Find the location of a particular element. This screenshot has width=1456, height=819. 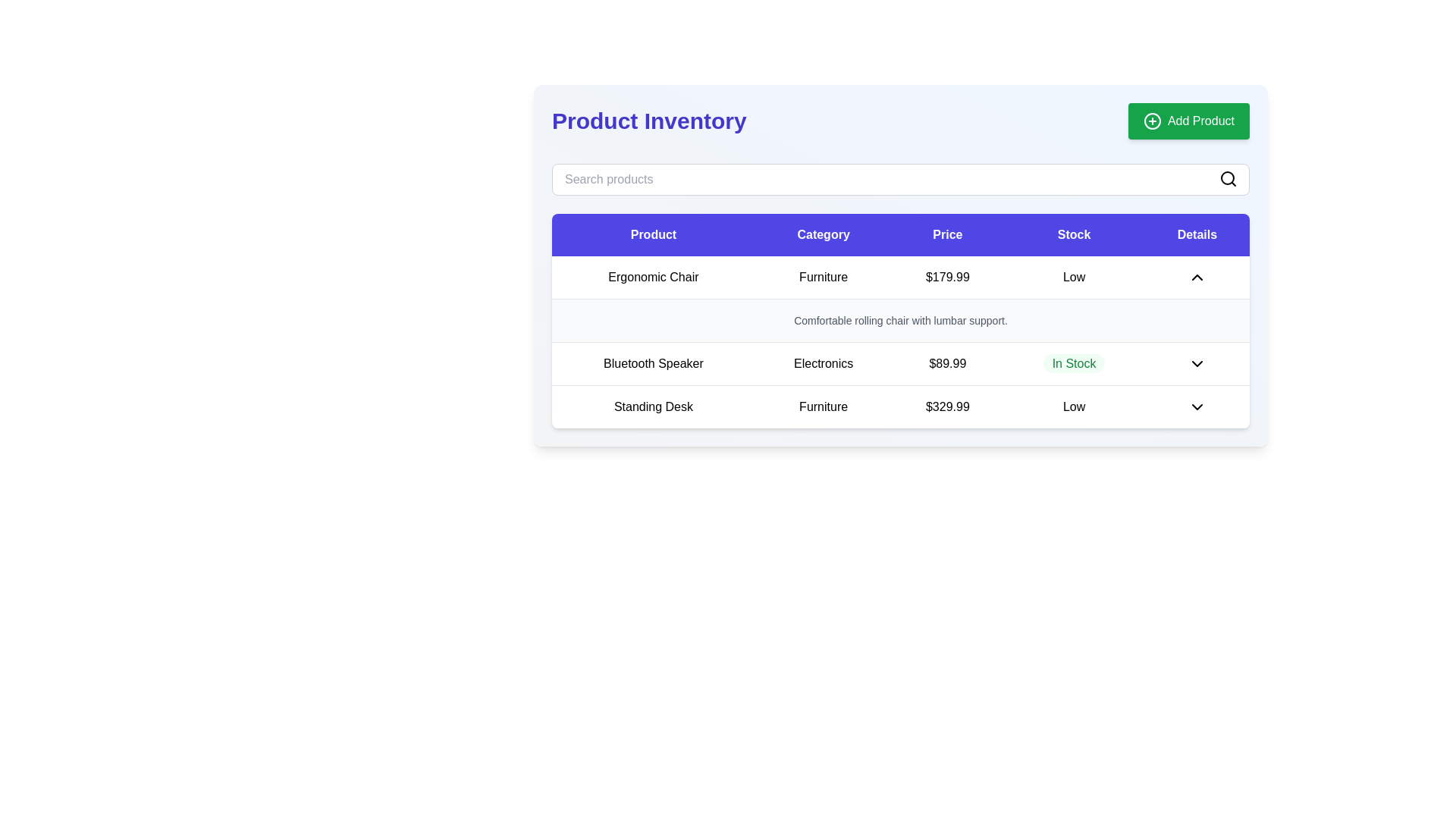

the Text label displaying the name of the product, which is located in the first cell of the last row under the 'Product' column, to the left of 'Furniture' is located at coordinates (653, 406).